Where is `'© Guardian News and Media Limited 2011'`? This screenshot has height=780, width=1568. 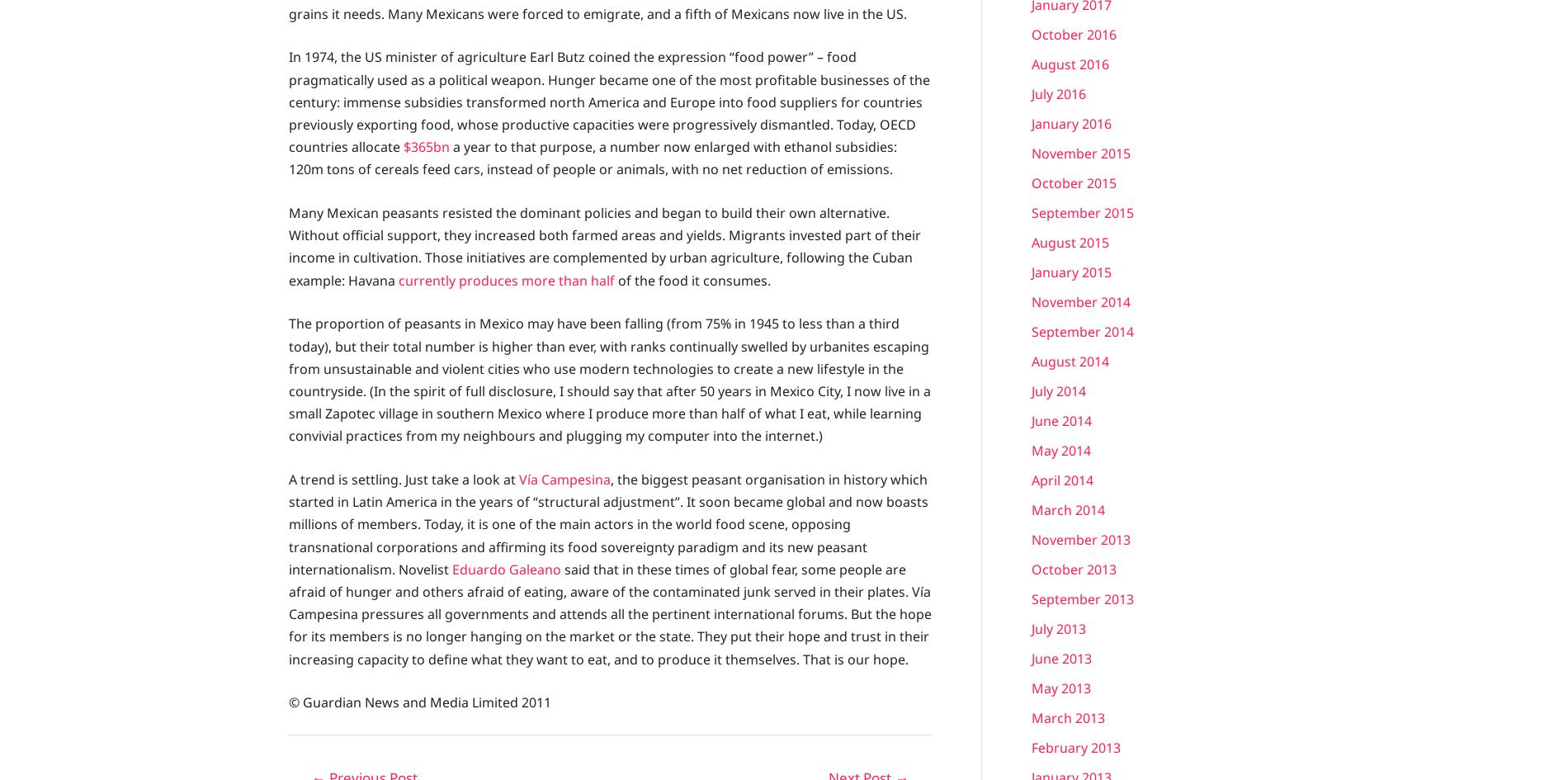
'© Guardian News and Media Limited 2011' is located at coordinates (420, 702).